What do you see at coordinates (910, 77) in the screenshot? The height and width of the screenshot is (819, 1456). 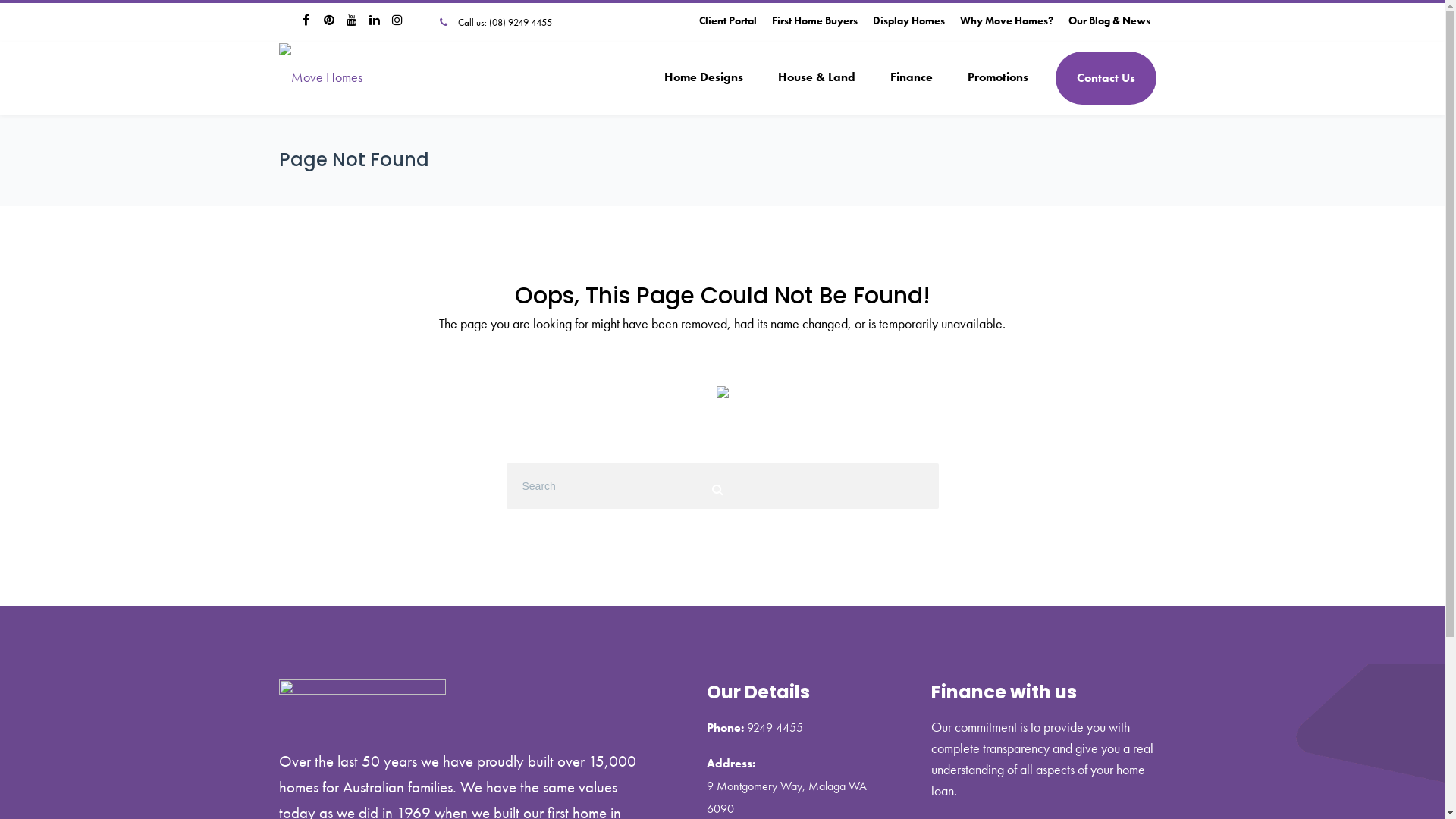 I see `'Finance'` at bounding box center [910, 77].